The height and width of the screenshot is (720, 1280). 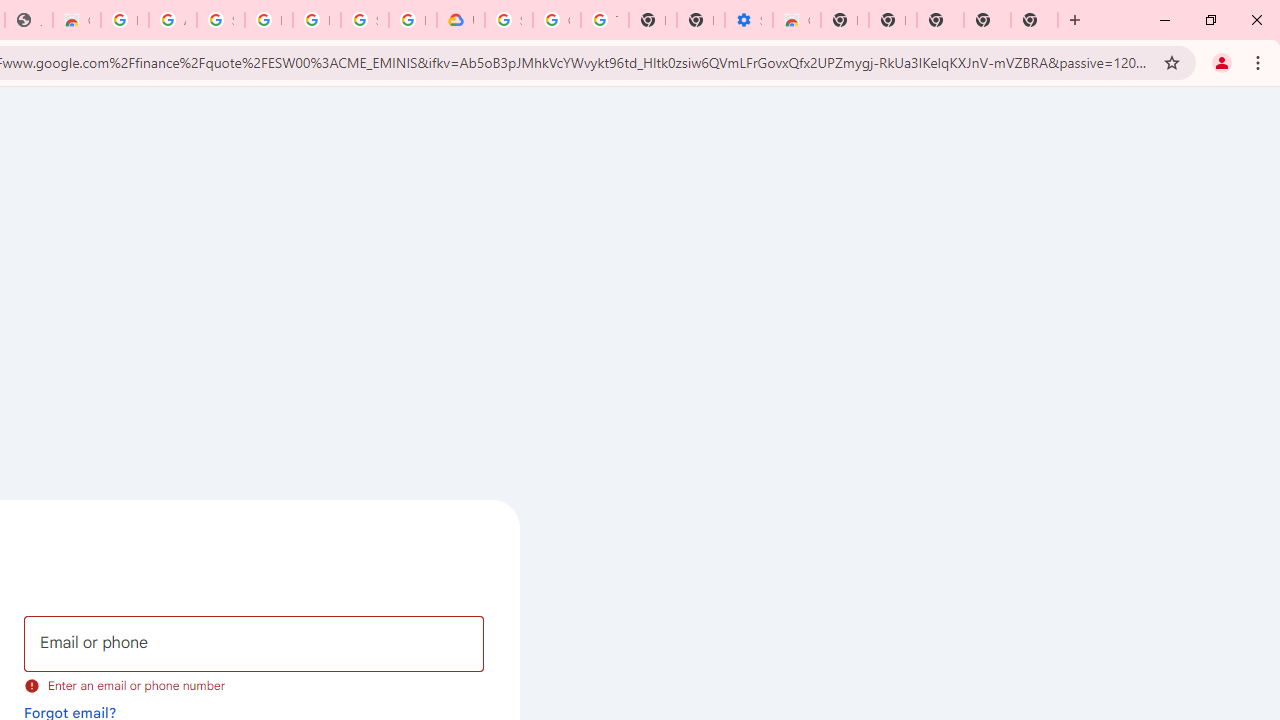 I want to click on 'Sign in - Google Accounts', so click(x=220, y=20).